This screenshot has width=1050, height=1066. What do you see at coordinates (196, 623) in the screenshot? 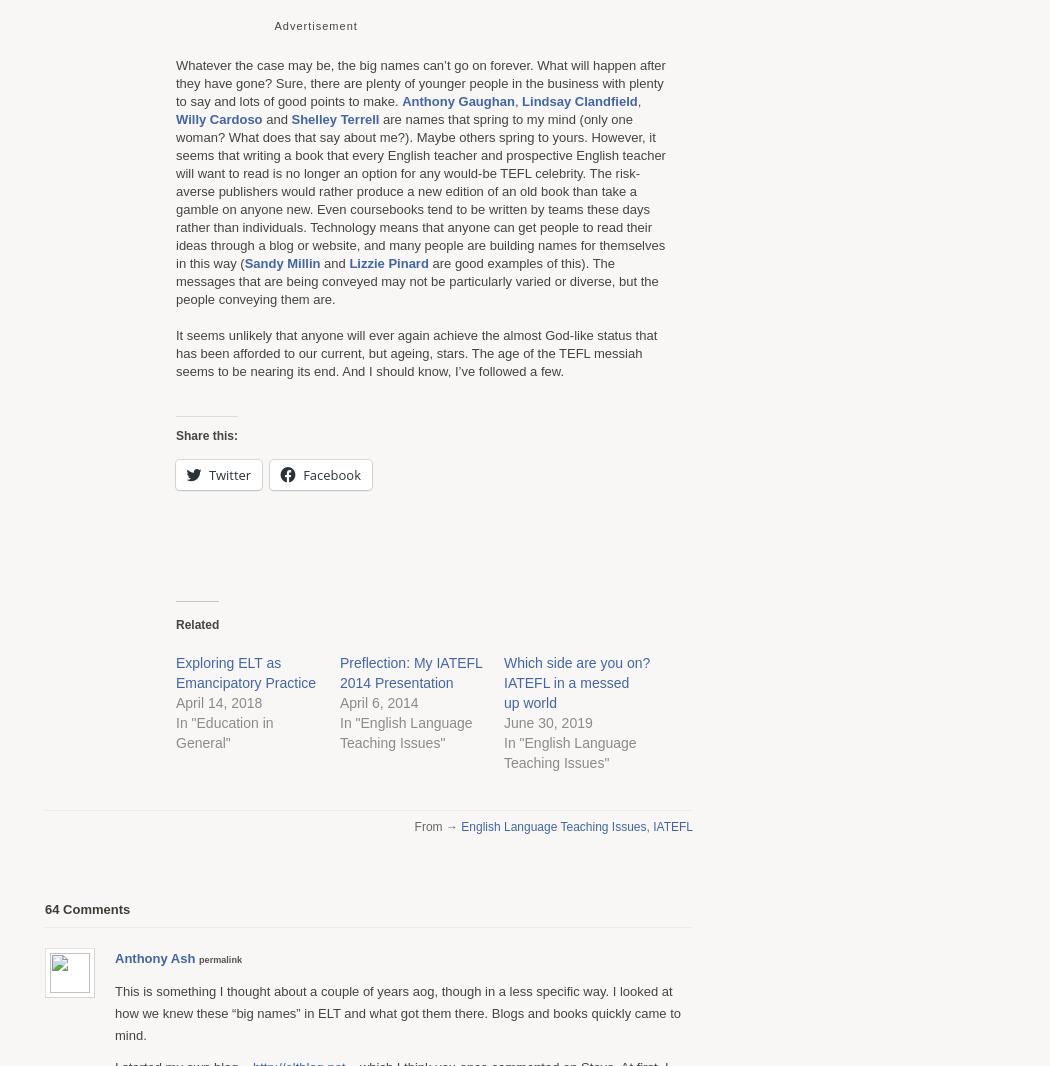
I see `'Related'` at bounding box center [196, 623].